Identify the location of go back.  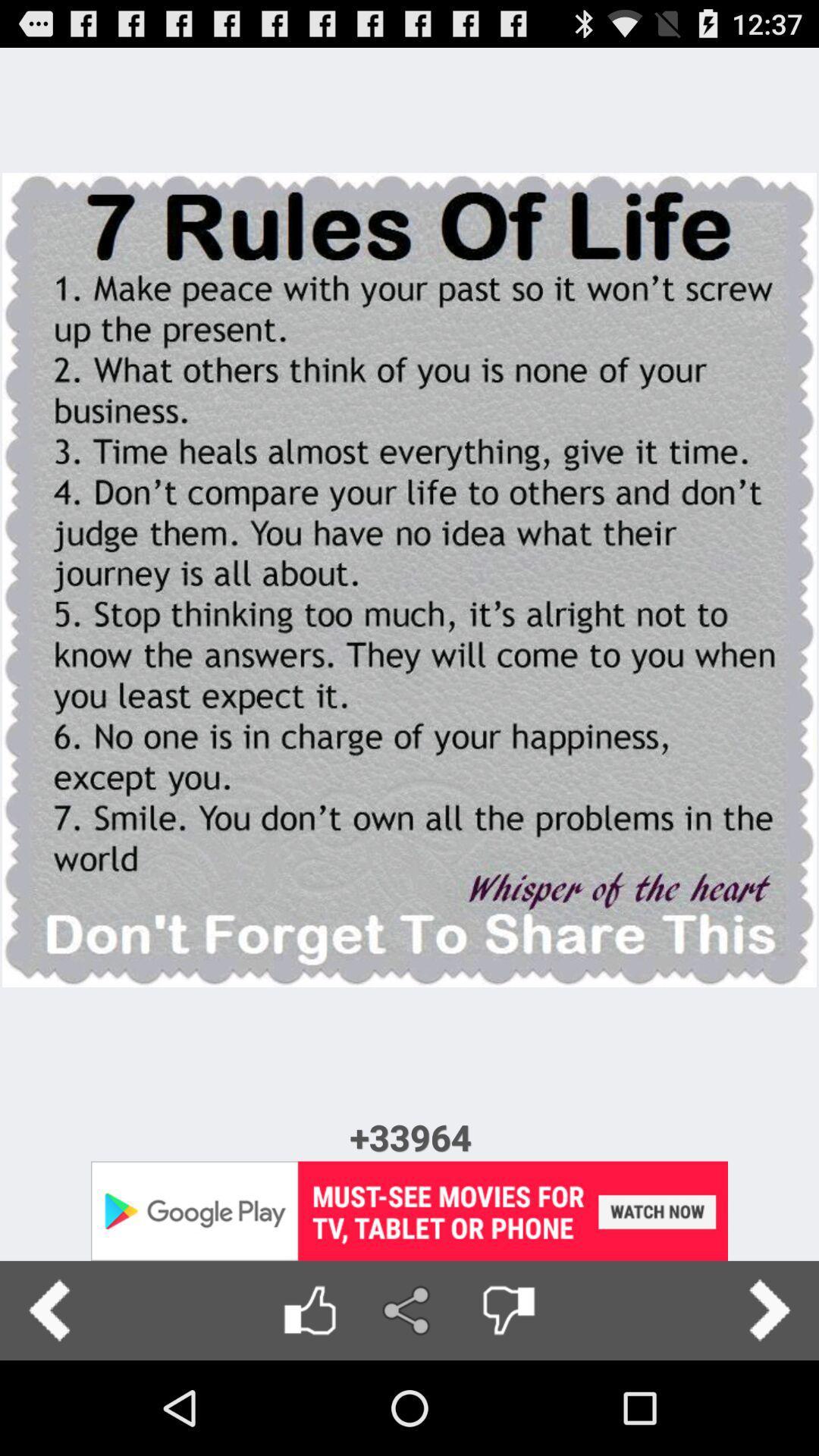
(49, 1310).